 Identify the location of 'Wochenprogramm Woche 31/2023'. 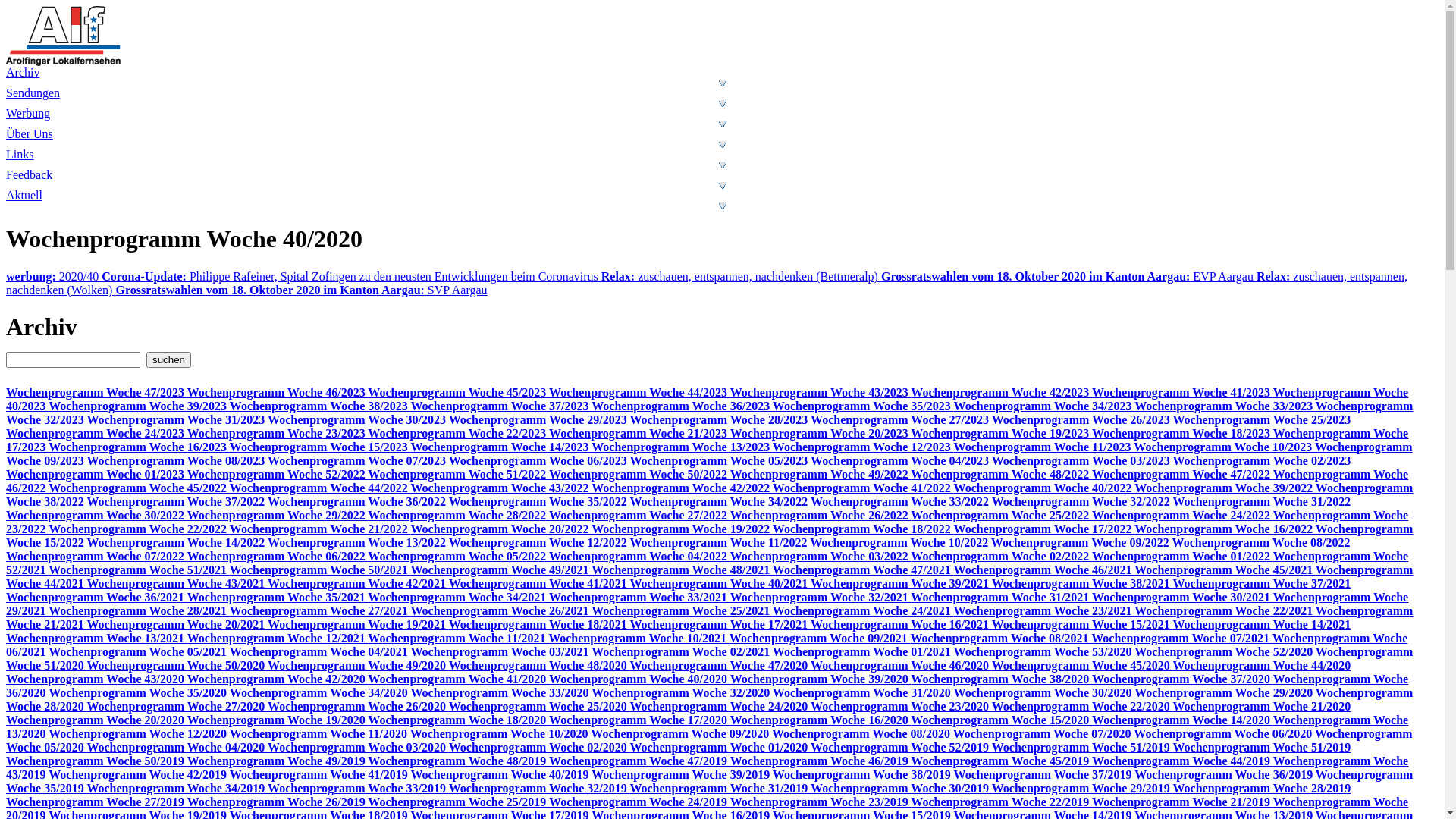
(177, 419).